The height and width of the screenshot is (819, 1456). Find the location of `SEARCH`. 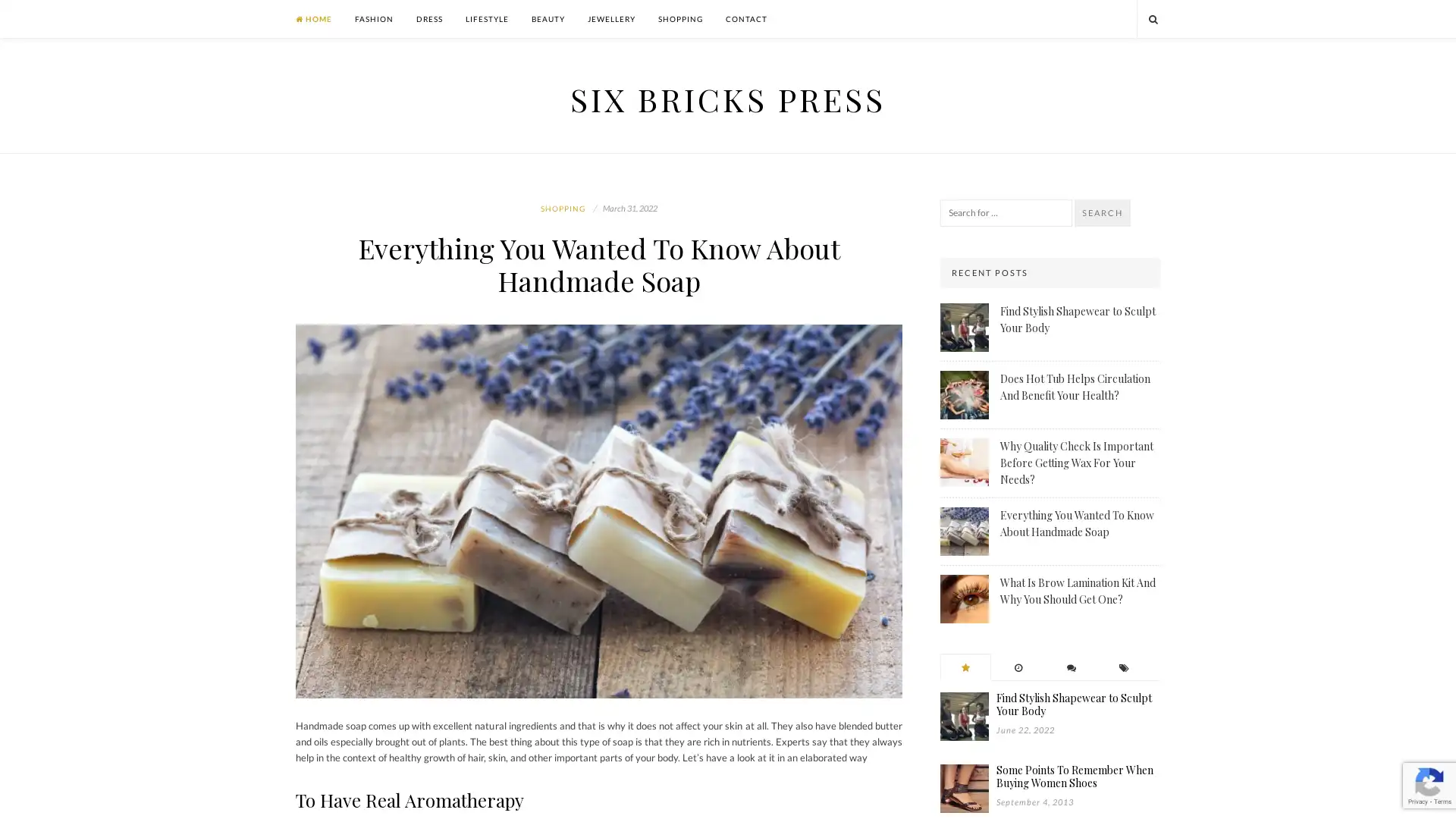

SEARCH is located at coordinates (1103, 213).